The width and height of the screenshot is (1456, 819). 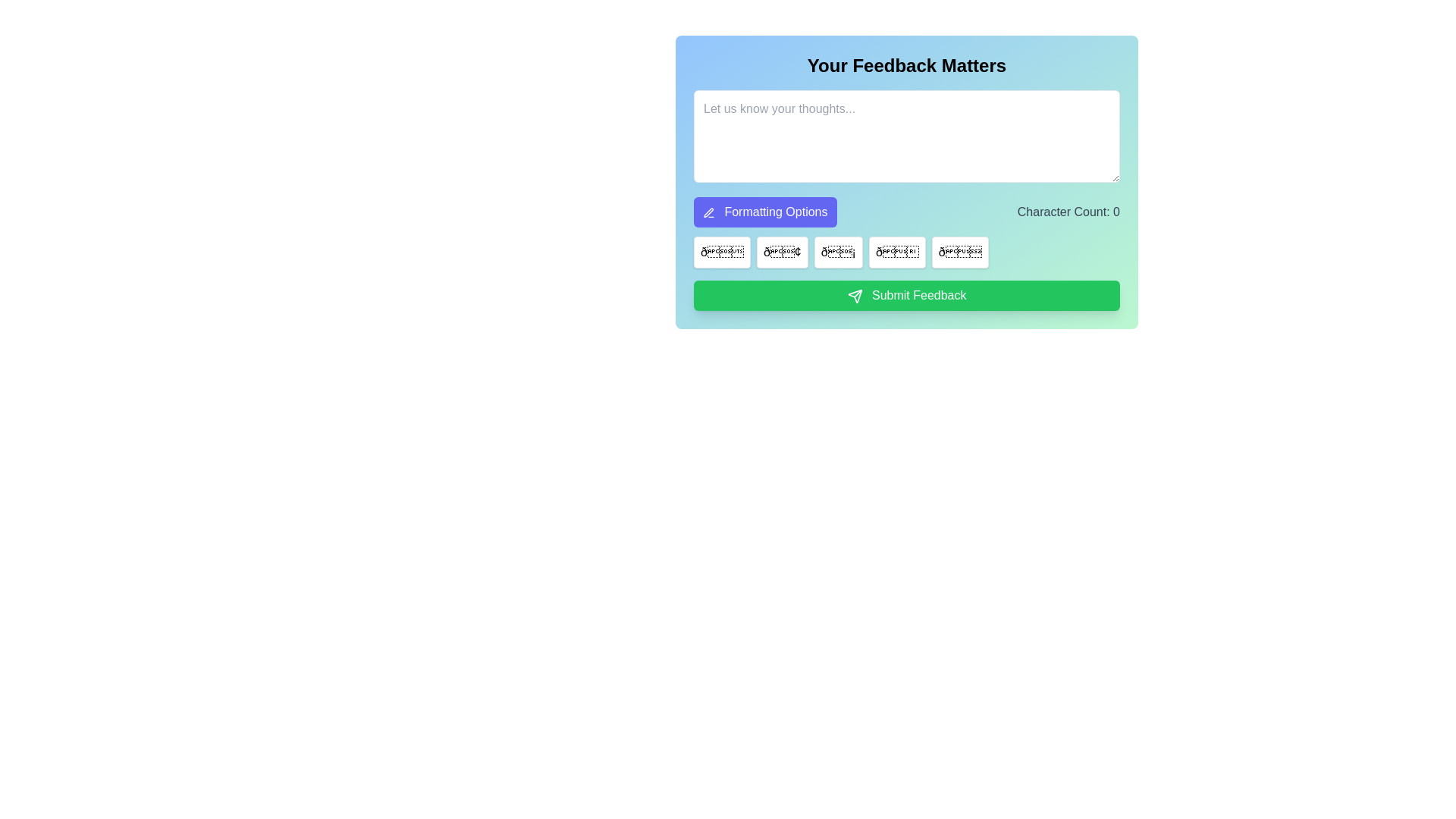 I want to click on the interactive text area for user input, which features a rectangular shape with rounded corners and contains the placeholder text 'Let us know your thoughts...', so click(x=906, y=181).